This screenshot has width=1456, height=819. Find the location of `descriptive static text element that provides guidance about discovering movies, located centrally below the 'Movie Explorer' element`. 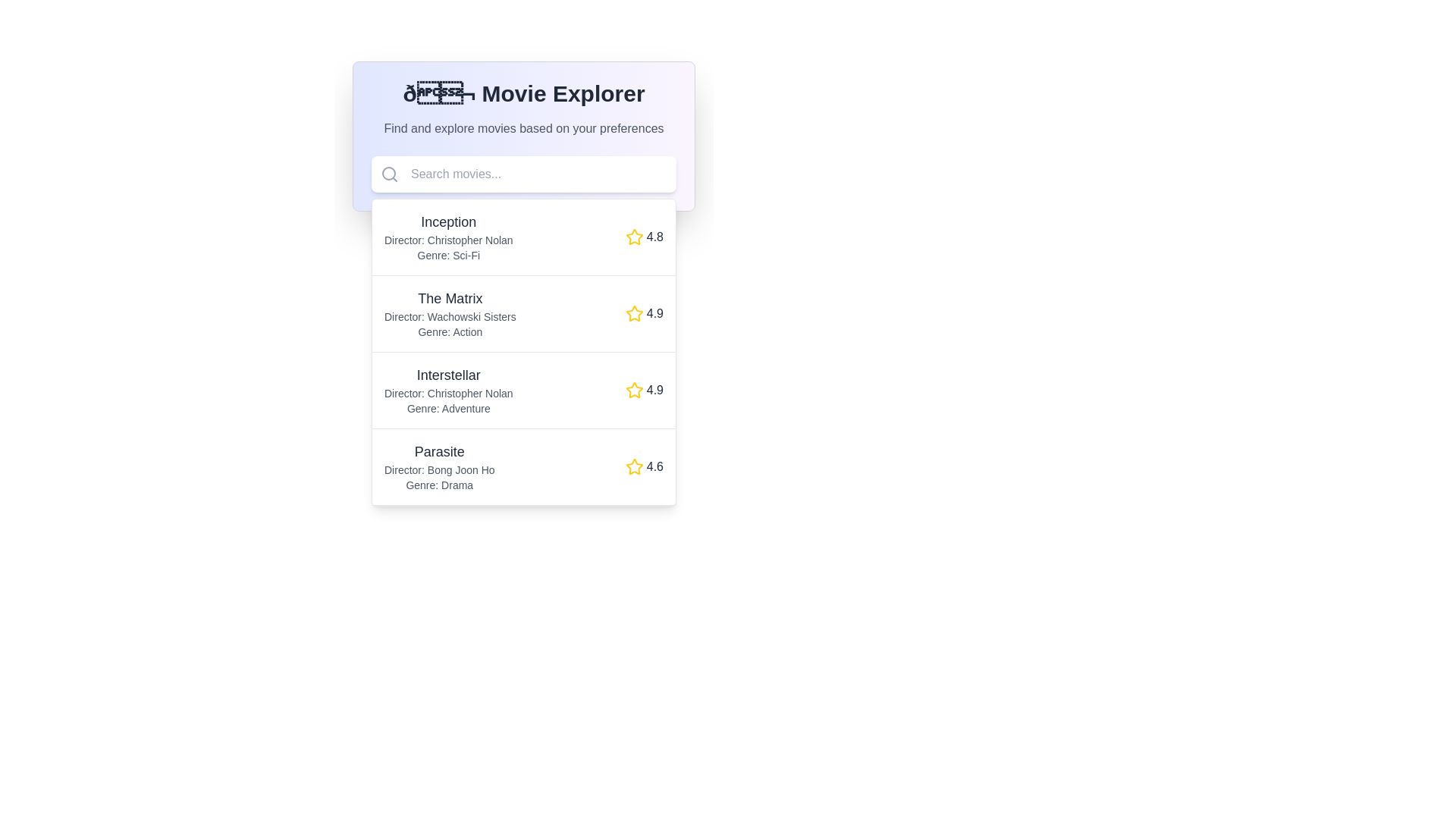

descriptive static text element that provides guidance about discovering movies, located centrally below the 'Movie Explorer' element is located at coordinates (524, 127).